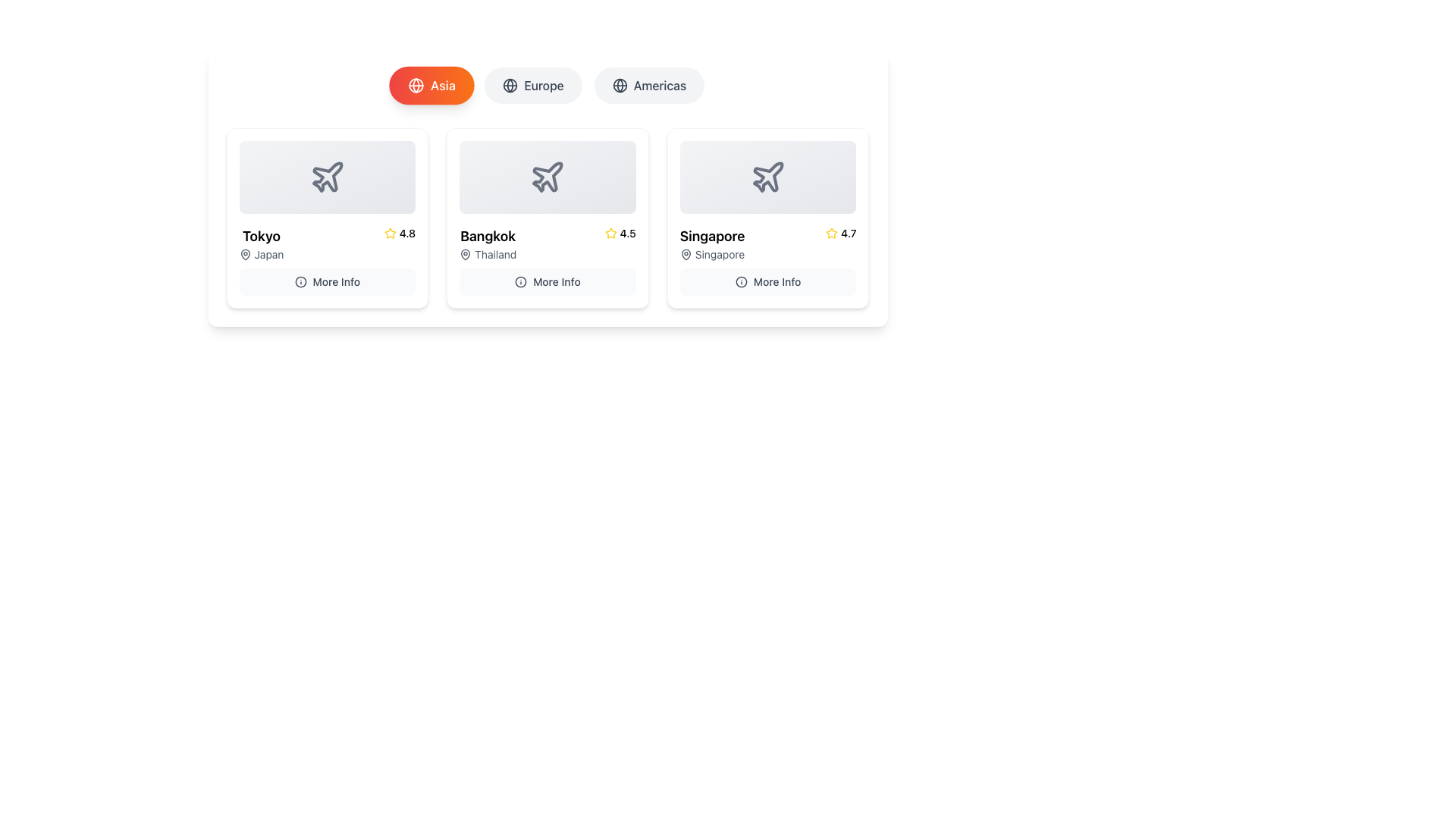  Describe the element at coordinates (510, 85) in the screenshot. I see `the globe icon in the 'Europe' button located in the navigation bar, positioned to the left of the 'Europe' text label` at that location.